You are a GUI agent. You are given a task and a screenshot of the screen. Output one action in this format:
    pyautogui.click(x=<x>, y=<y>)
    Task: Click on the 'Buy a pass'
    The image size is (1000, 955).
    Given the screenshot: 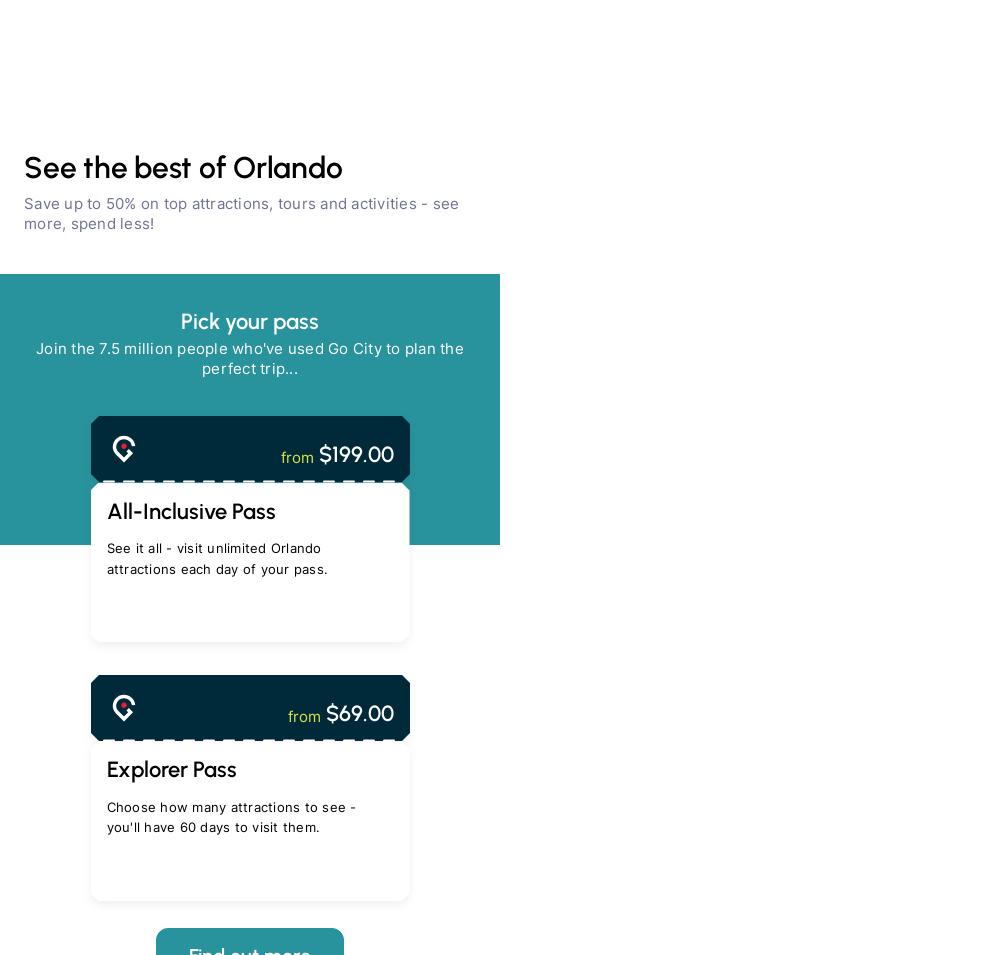 What is the action you would take?
    pyautogui.click(x=422, y=88)
    